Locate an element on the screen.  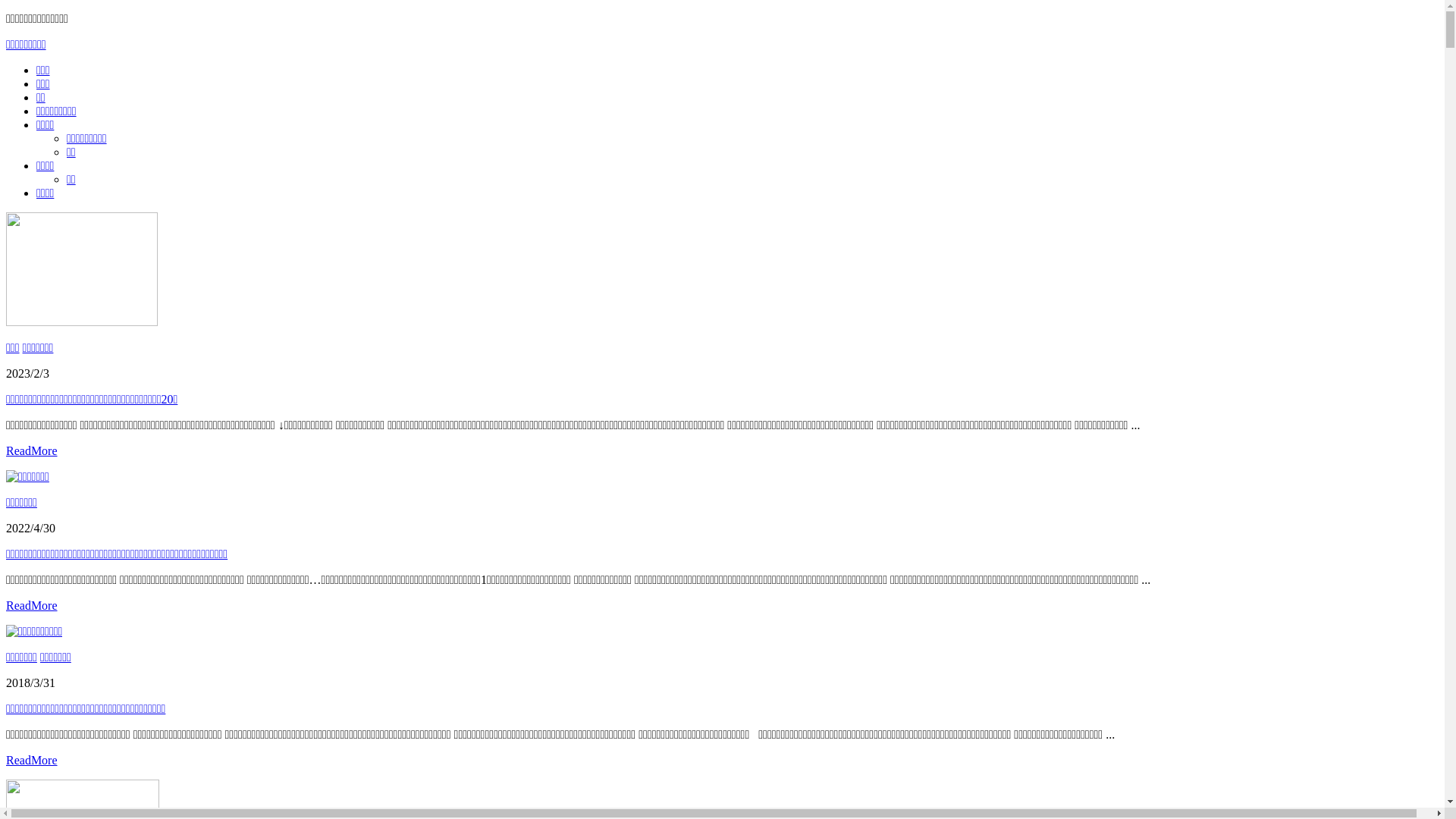
'ReadMore' is located at coordinates (32, 450).